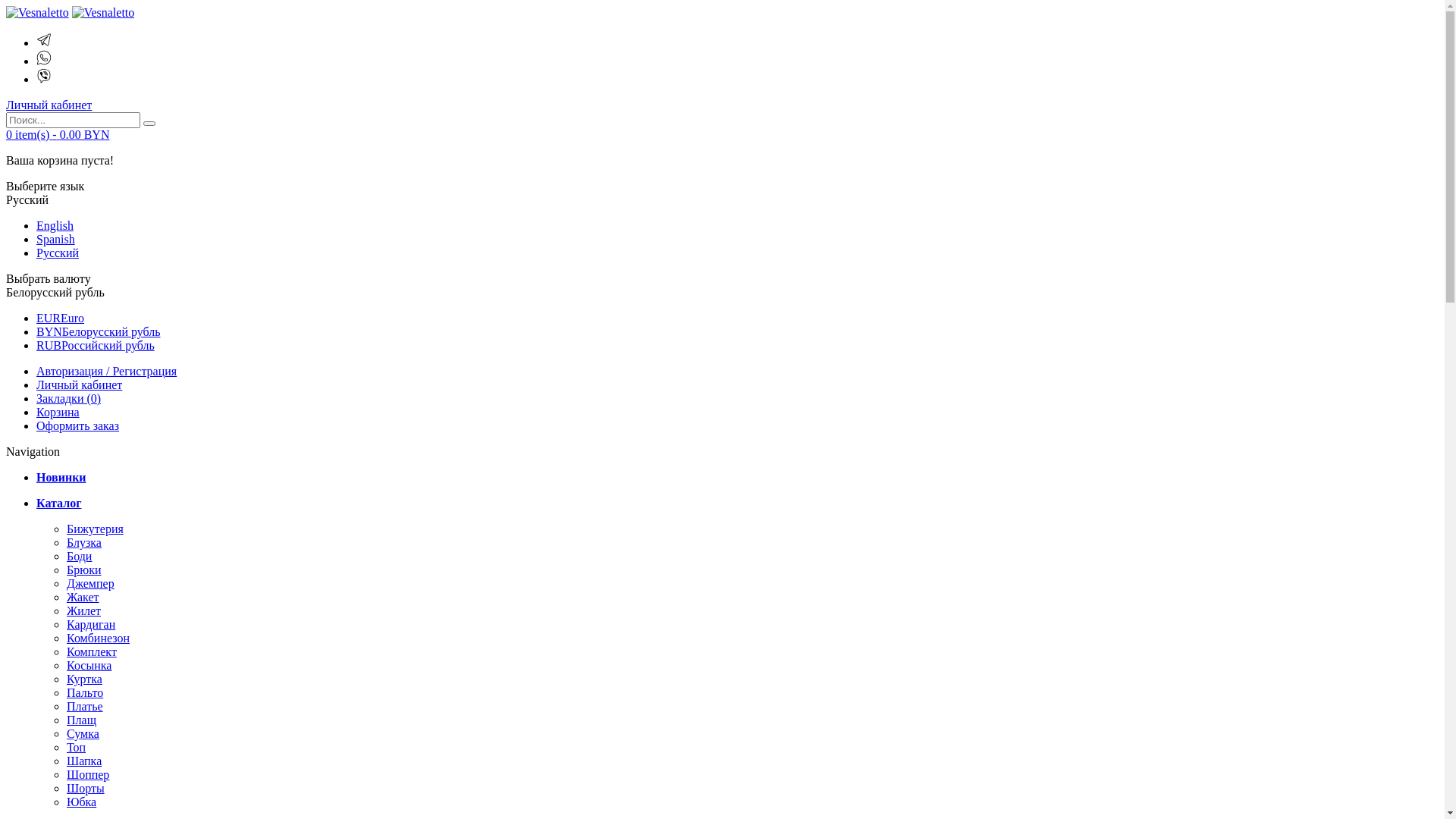 The image size is (1456, 819). What do you see at coordinates (143, 122) in the screenshot?
I see `'Search'` at bounding box center [143, 122].